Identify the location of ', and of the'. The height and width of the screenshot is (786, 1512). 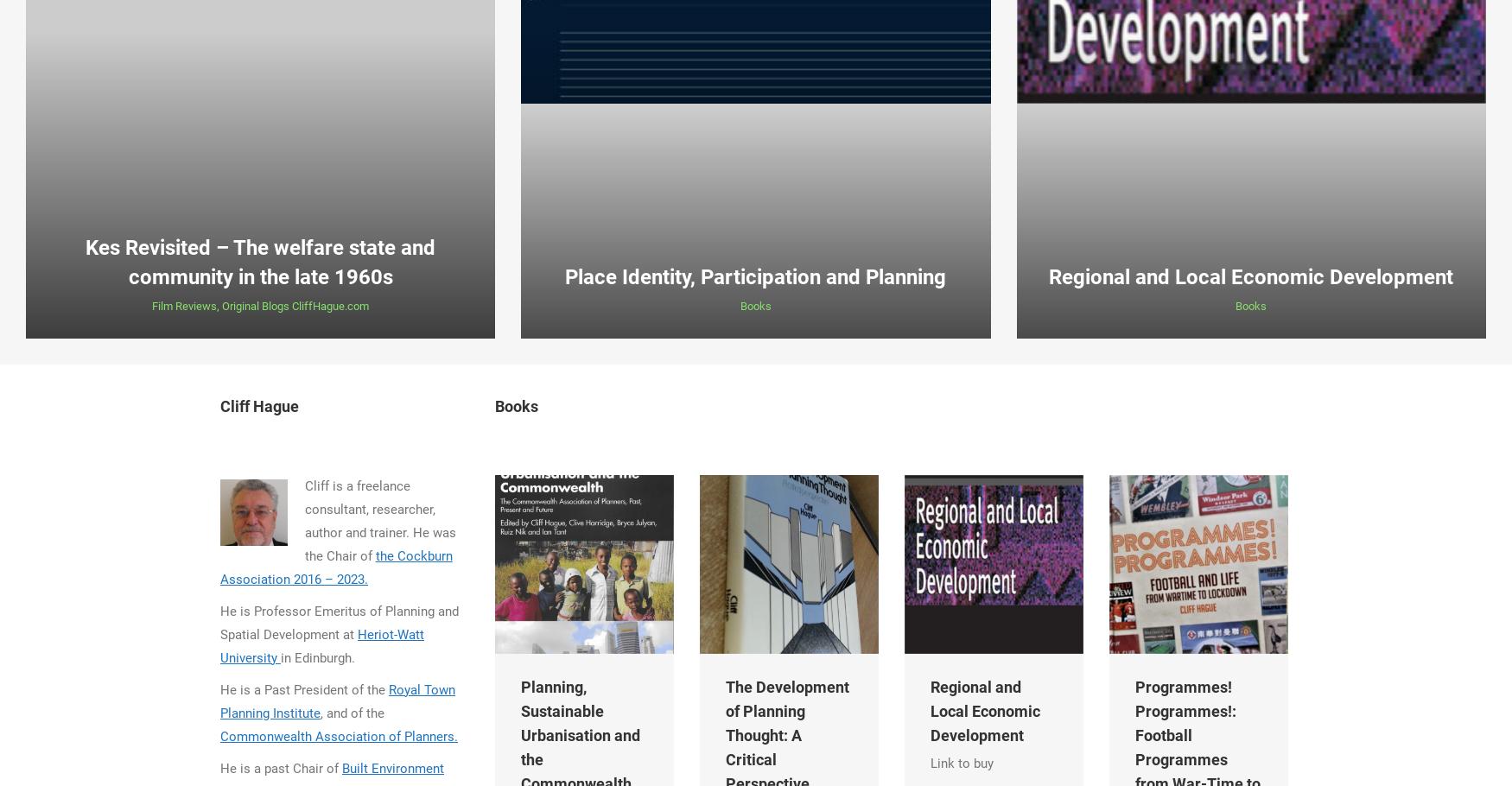
(351, 713).